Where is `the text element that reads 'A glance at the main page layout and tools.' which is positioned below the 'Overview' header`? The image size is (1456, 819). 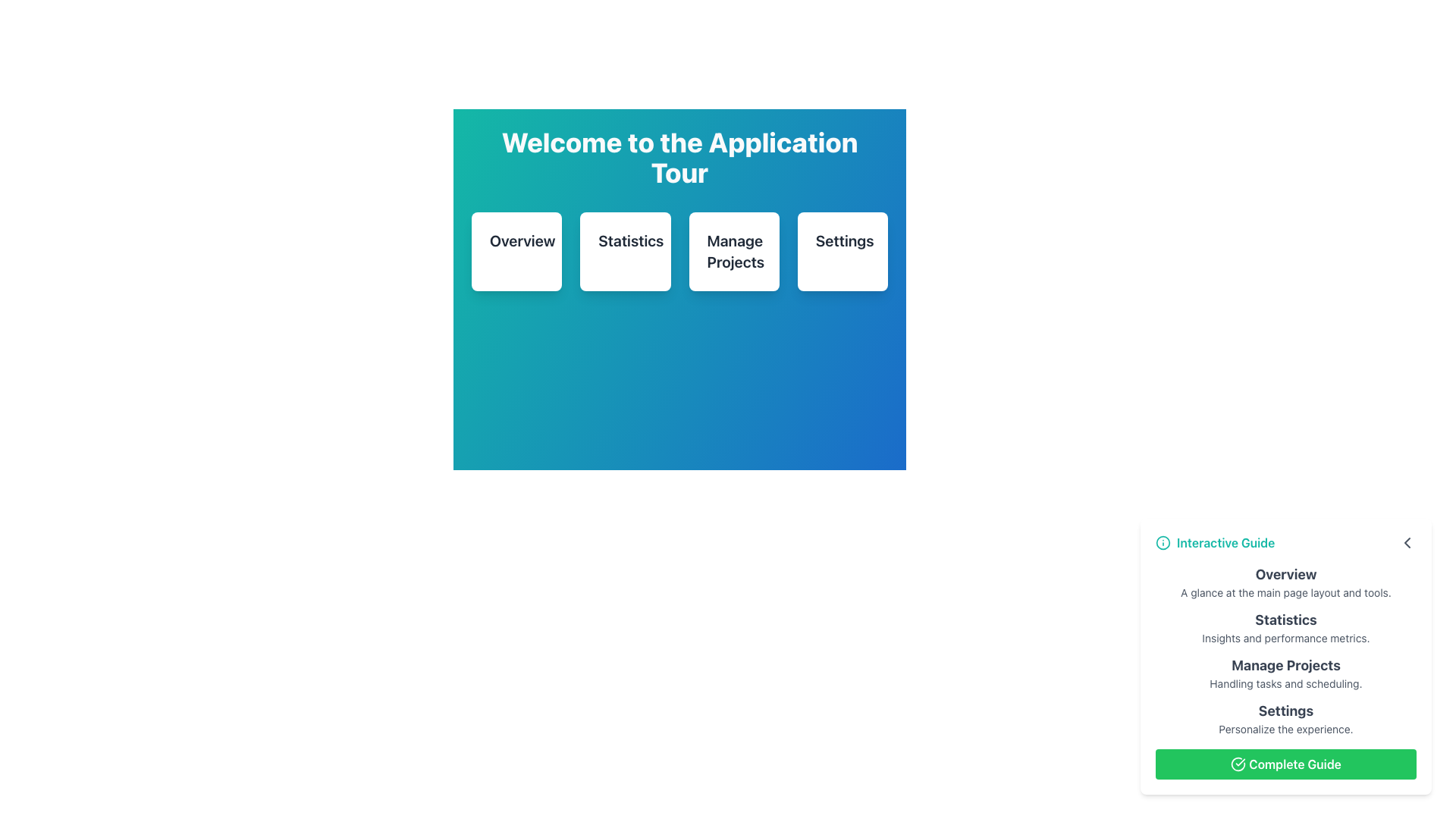 the text element that reads 'A glance at the main page layout and tools.' which is positioned below the 'Overview' header is located at coordinates (1285, 592).